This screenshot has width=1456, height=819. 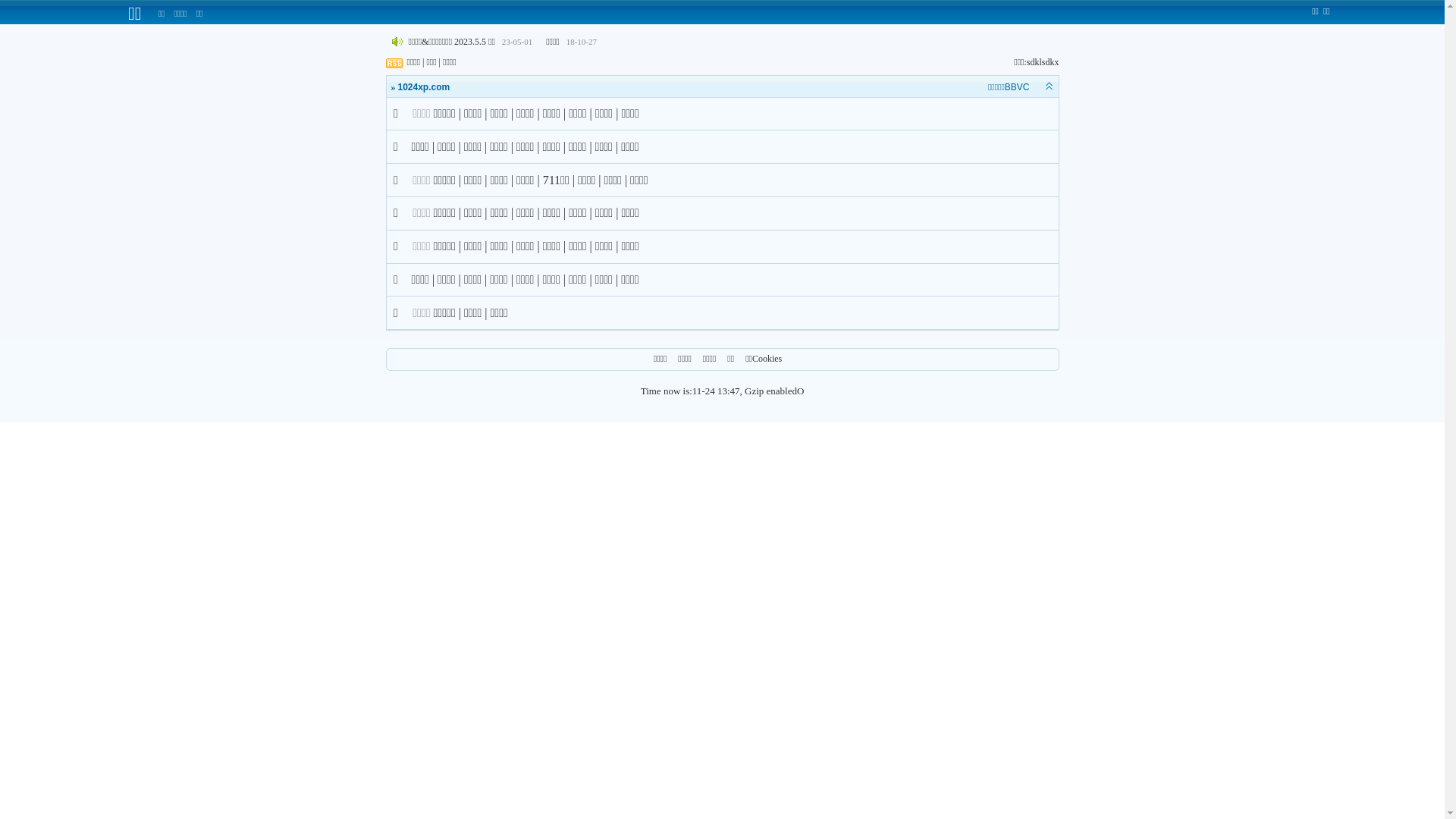 I want to click on 'sdklsdkx', so click(x=1042, y=61).